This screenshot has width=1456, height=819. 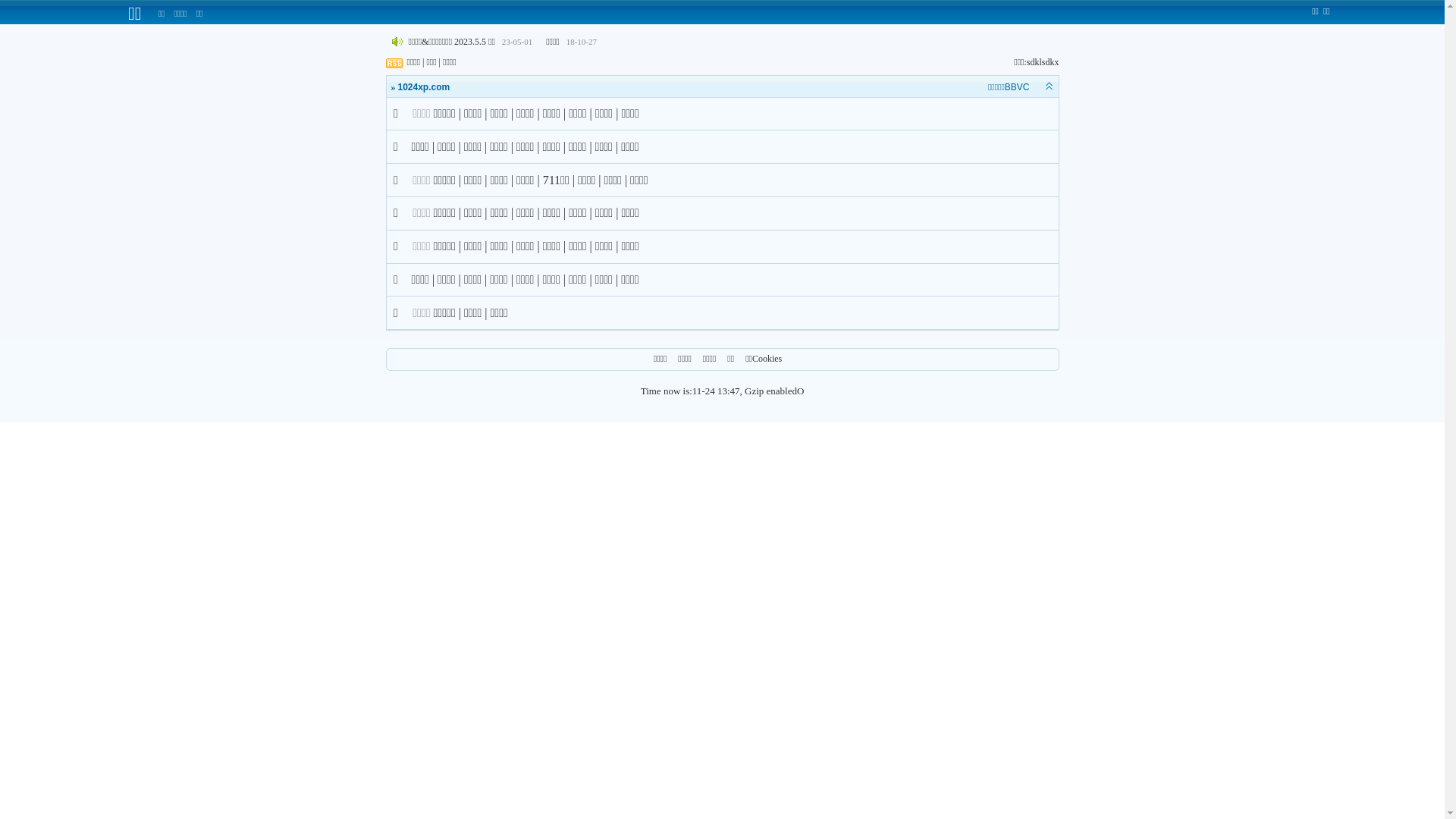 I want to click on 'sdklsdkx', so click(x=1042, y=61).